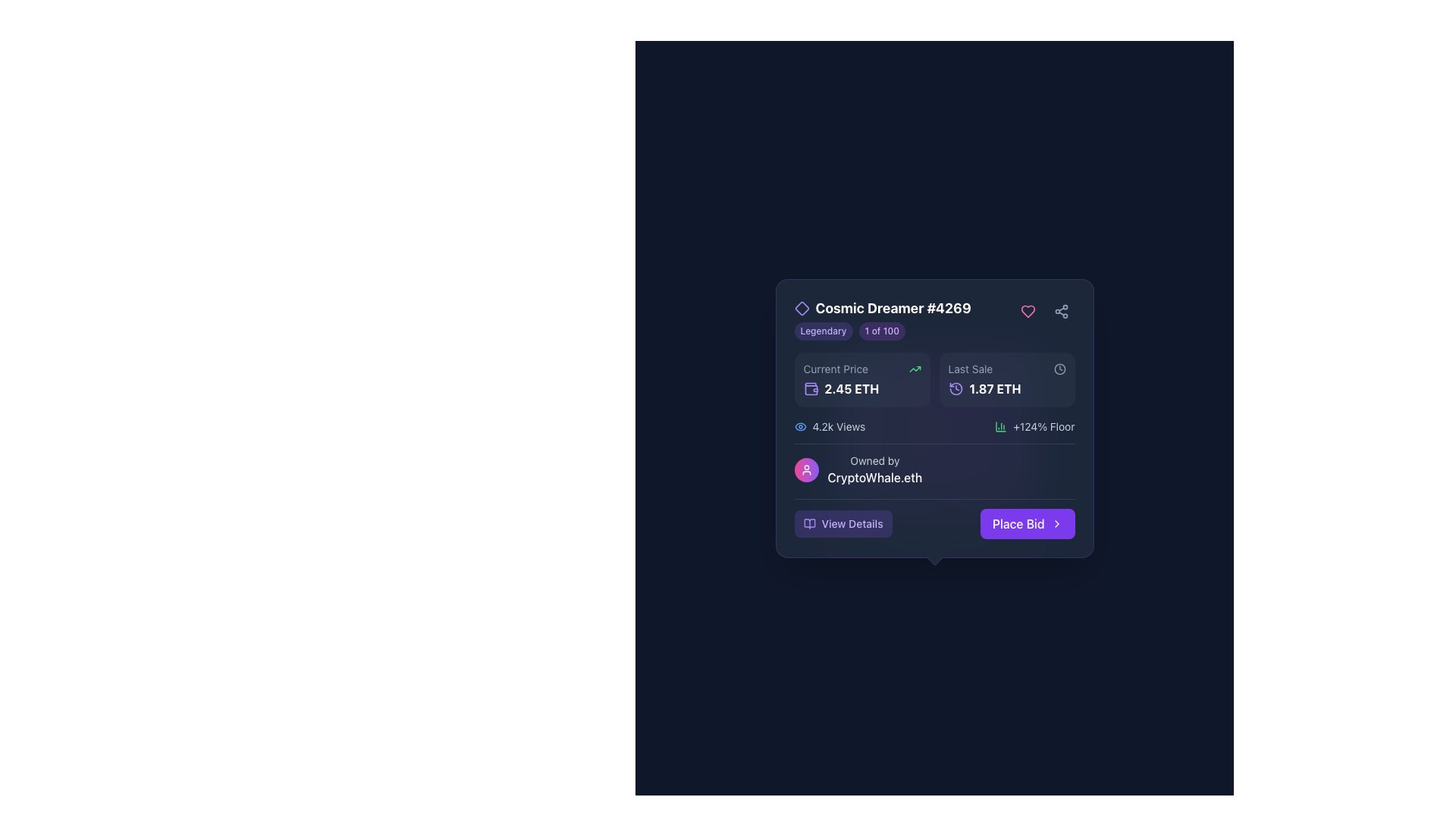 The height and width of the screenshot is (819, 1456). I want to click on the Static Text Label that communicates ownership details of the item attributed to 'CryptoWhale.eth', positioned below the price and view details in the card panel for 'Cosmic Dreamer #4269', so click(874, 469).